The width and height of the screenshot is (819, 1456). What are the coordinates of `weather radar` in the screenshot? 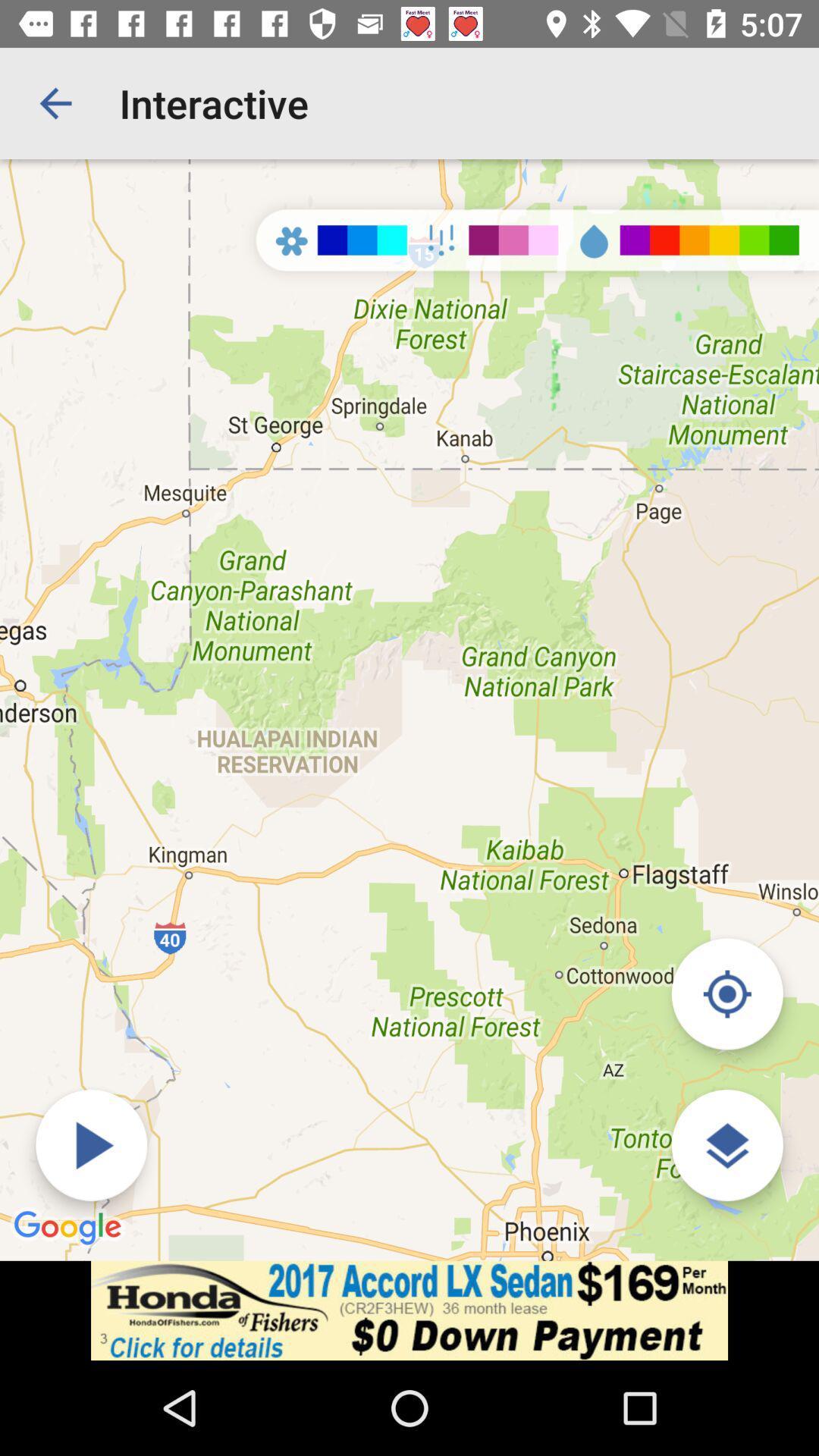 It's located at (91, 1145).